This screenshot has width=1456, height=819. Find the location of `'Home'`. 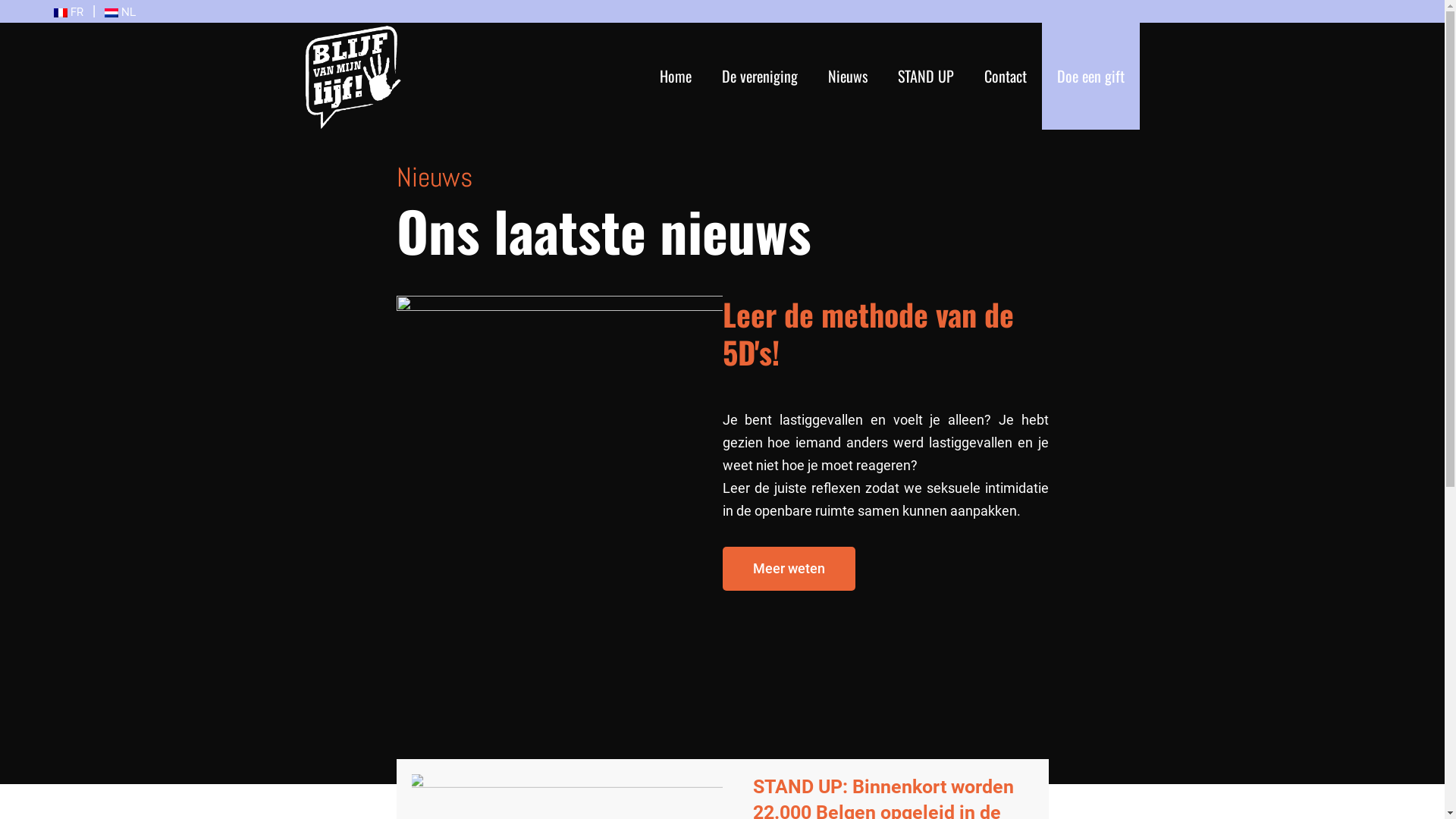

'Home' is located at coordinates (675, 76).